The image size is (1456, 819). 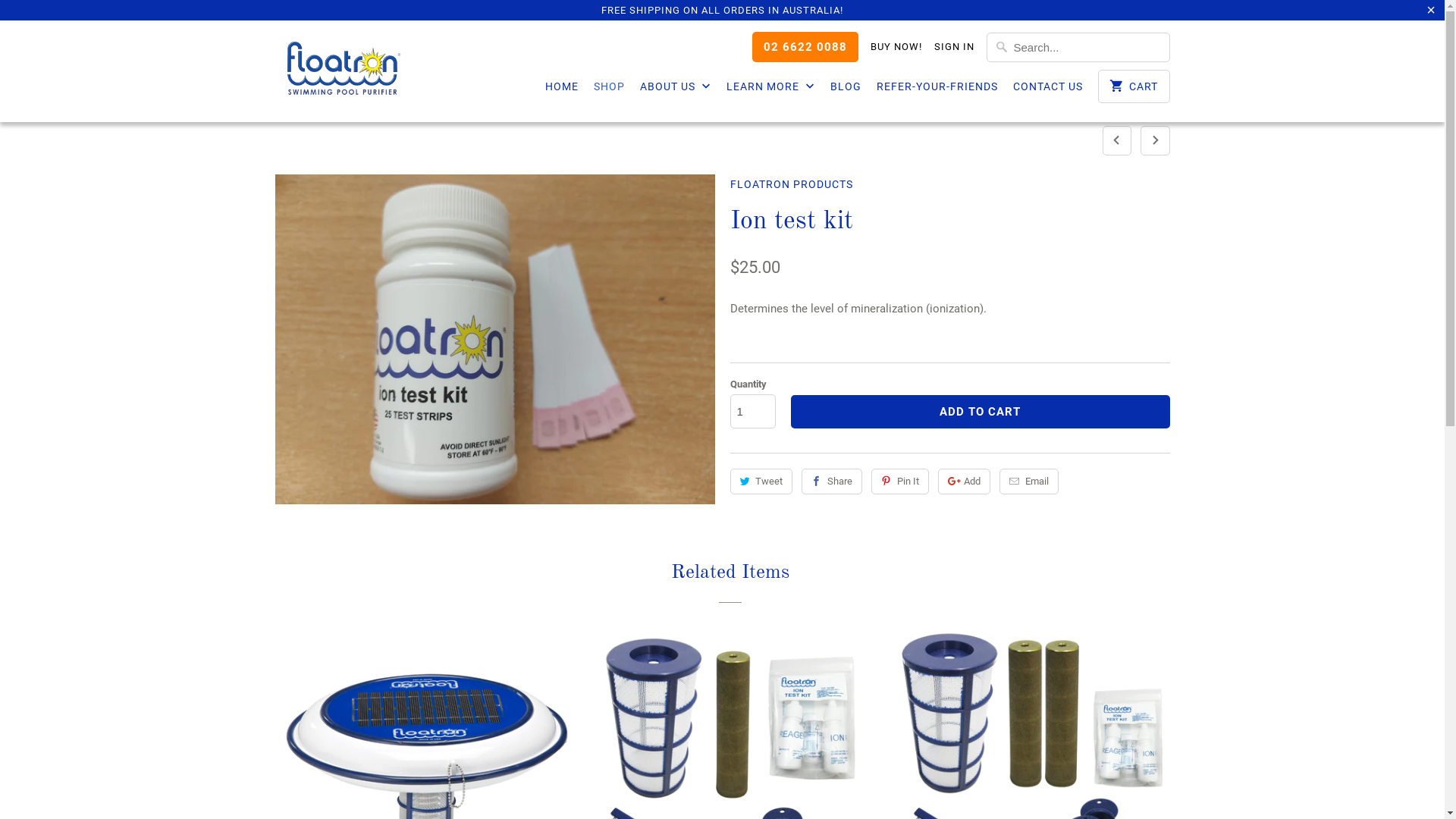 I want to click on 'ABOUT US', so click(x=675, y=90).